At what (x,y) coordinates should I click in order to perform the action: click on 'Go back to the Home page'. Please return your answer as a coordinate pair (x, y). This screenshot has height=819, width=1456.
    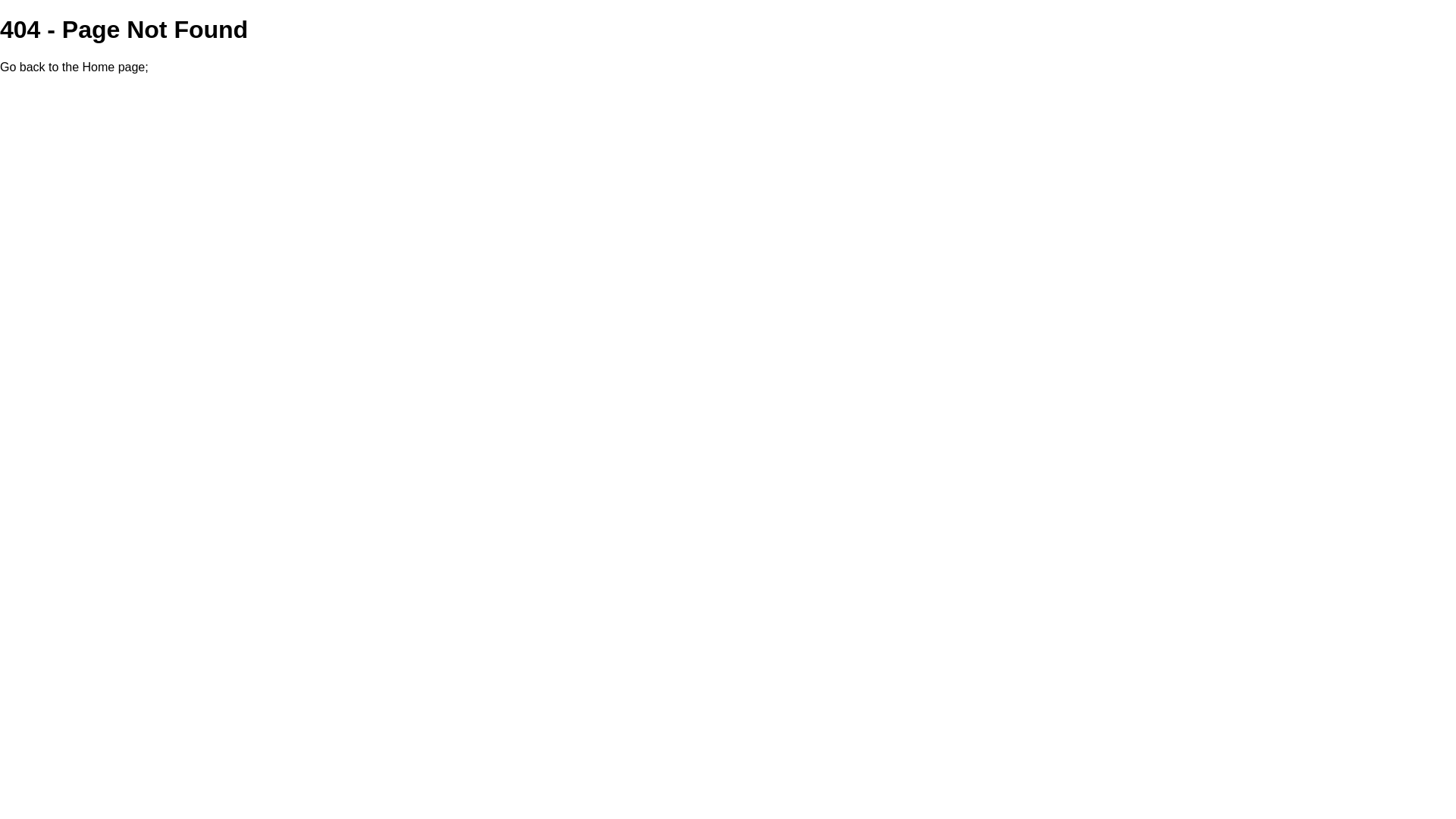
    Looking at the image, I should click on (71, 66).